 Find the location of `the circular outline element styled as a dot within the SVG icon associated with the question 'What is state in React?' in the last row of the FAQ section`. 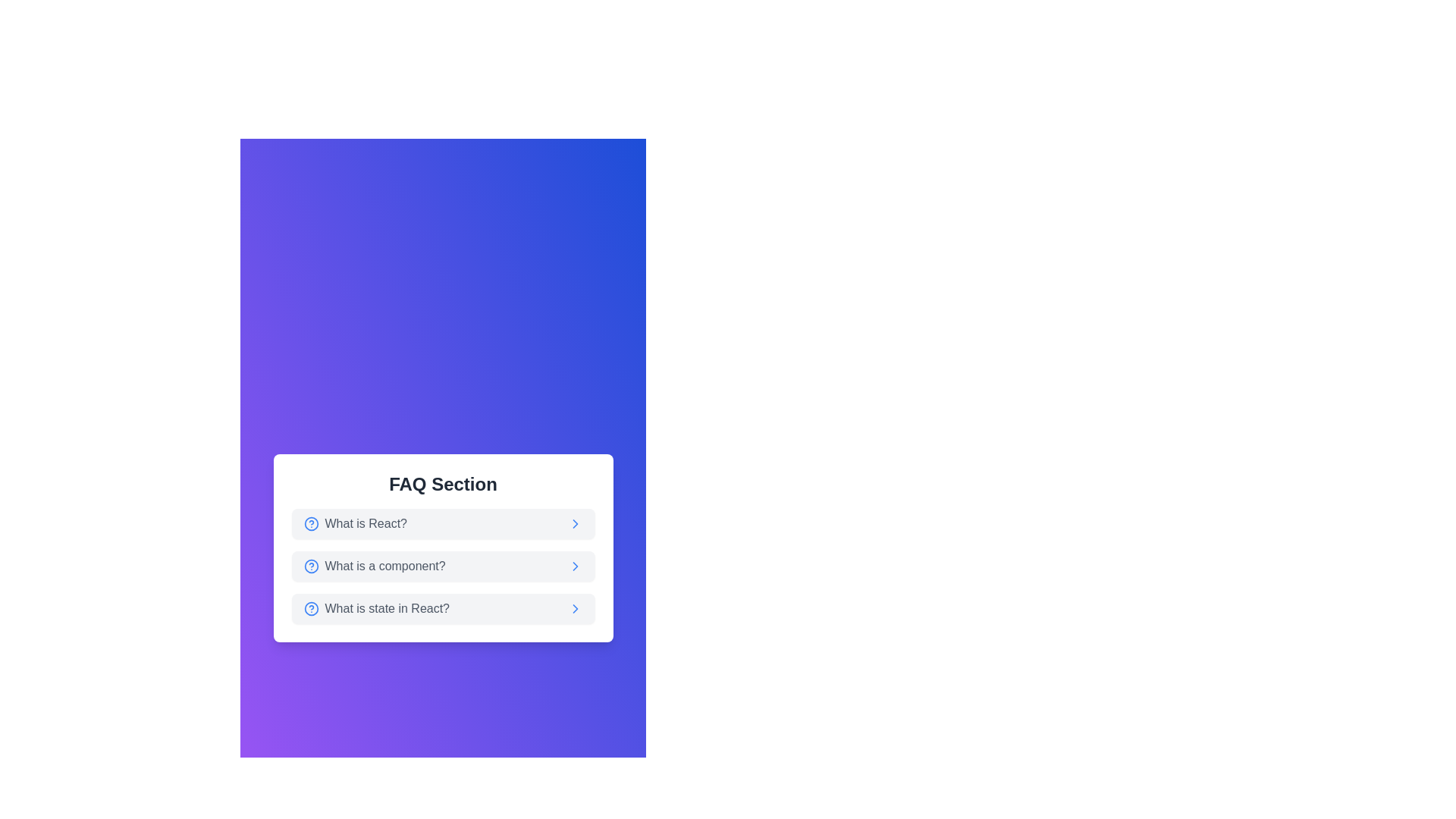

the circular outline element styled as a dot within the SVG icon associated with the question 'What is state in React?' in the last row of the FAQ section is located at coordinates (310, 607).